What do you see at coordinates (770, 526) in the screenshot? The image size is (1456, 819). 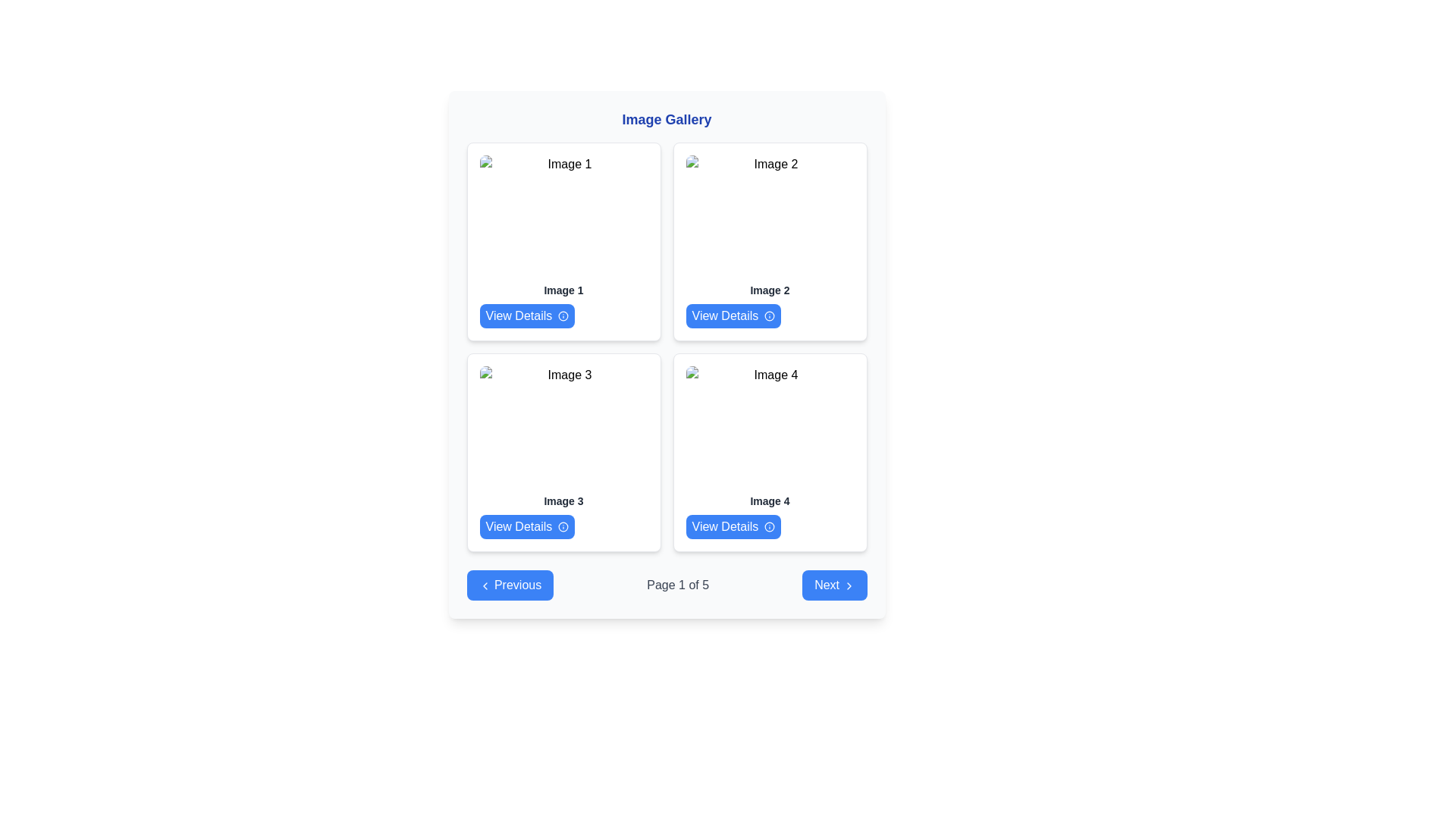 I see `the SVG Circle element outlined with a stroke, part of the 'View Details' button located in the bottom right quadrant next to the fourth image in the grid layout` at bounding box center [770, 526].